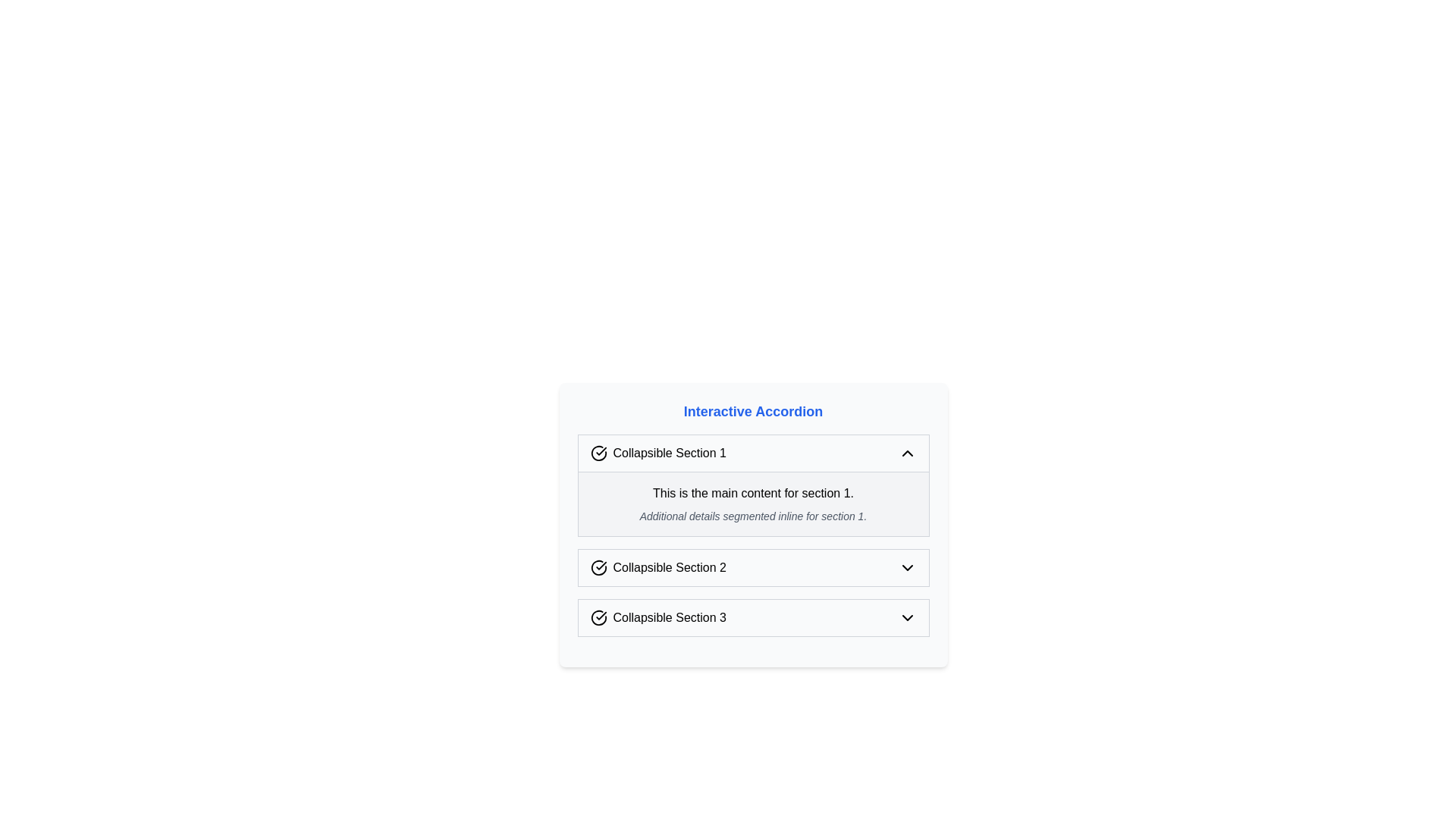  I want to click on the circular icon with a checkmark inside, which is part of the header of 'Collapsible Section 1' in the accordion, so click(598, 452).